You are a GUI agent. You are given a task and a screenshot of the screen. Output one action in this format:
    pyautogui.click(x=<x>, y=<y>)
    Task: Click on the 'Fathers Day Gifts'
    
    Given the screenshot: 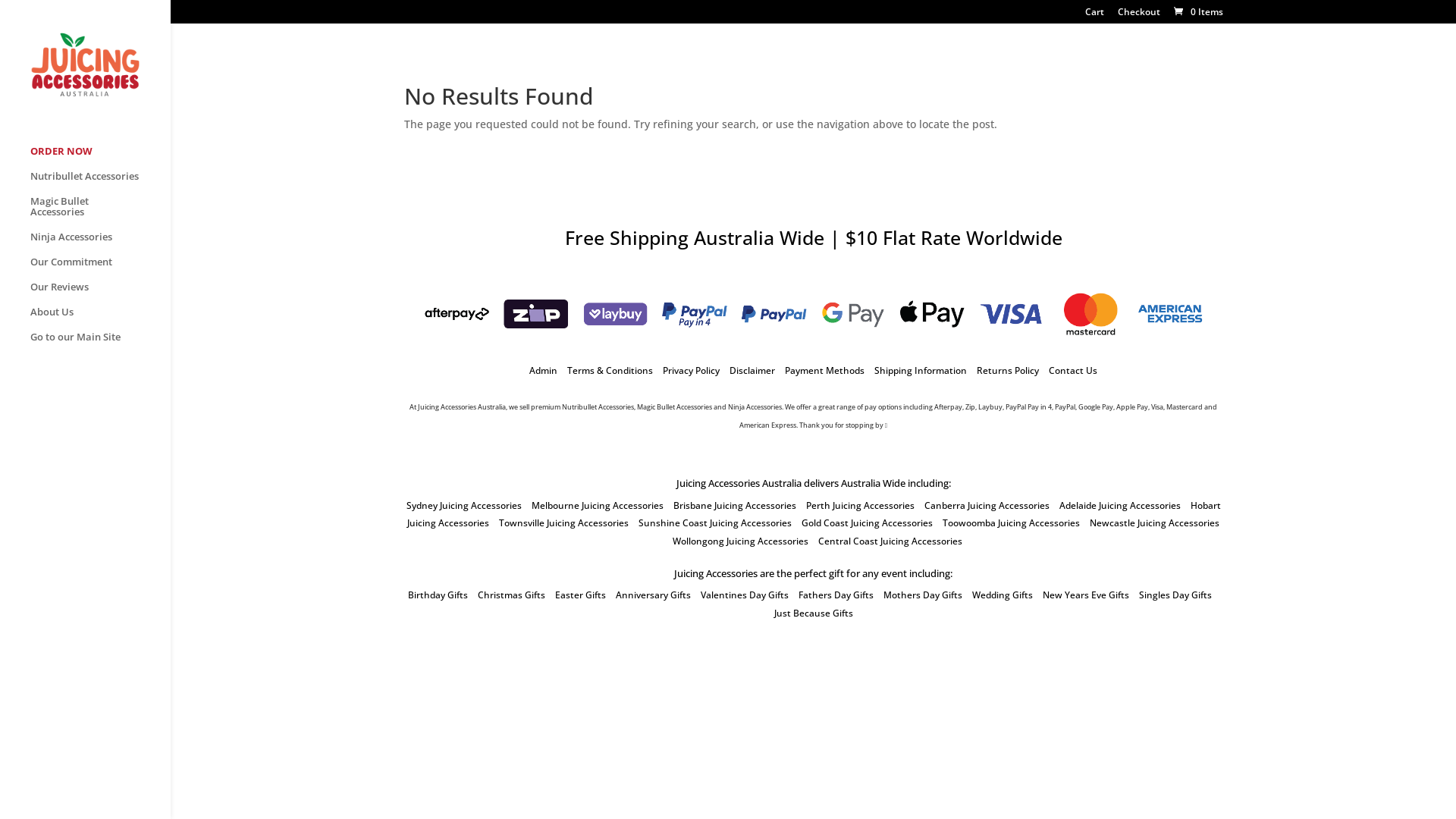 What is the action you would take?
    pyautogui.click(x=796, y=594)
    